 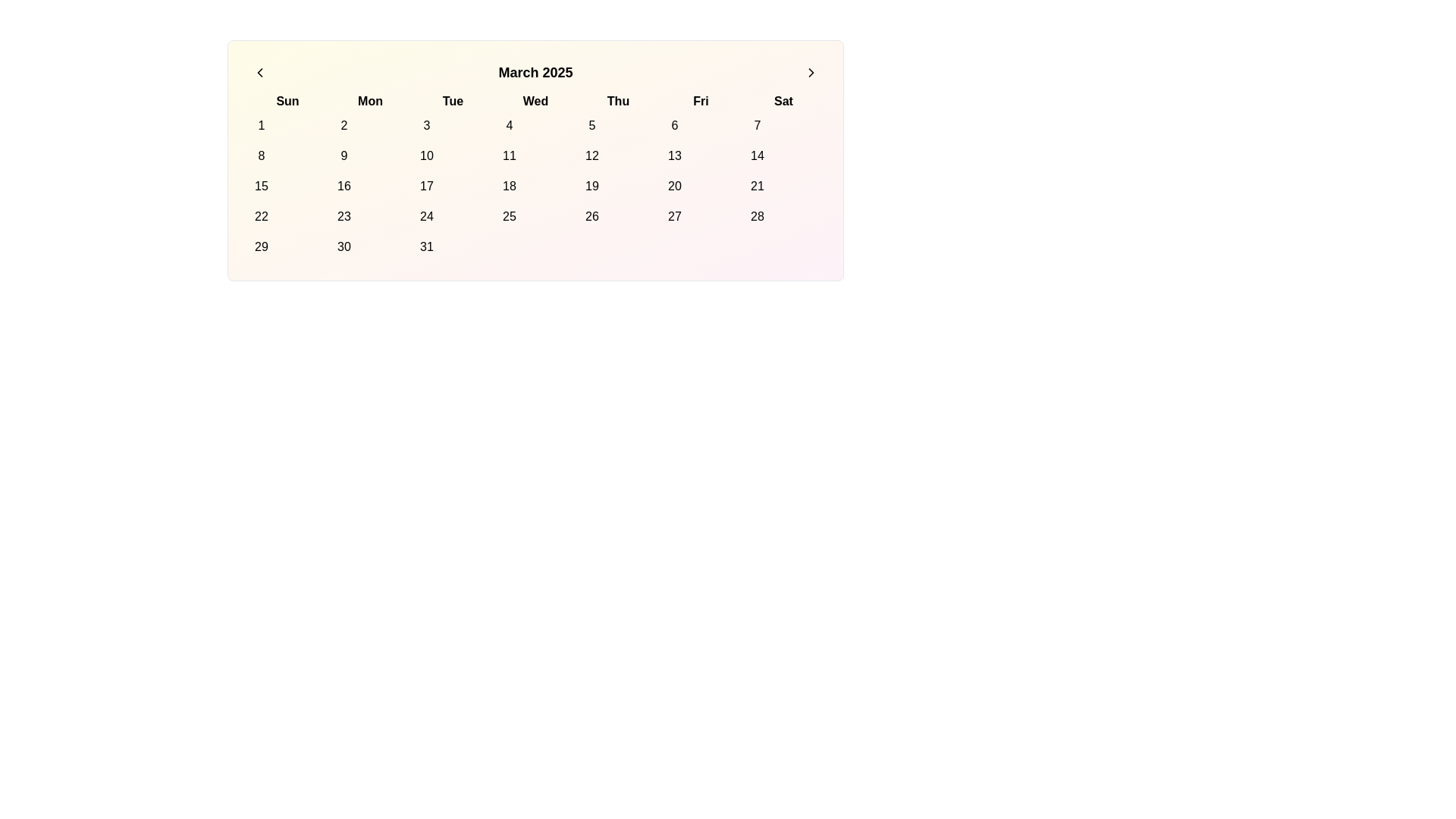 I want to click on the Circular calendar date button for March 17, 2025, so click(x=425, y=186).